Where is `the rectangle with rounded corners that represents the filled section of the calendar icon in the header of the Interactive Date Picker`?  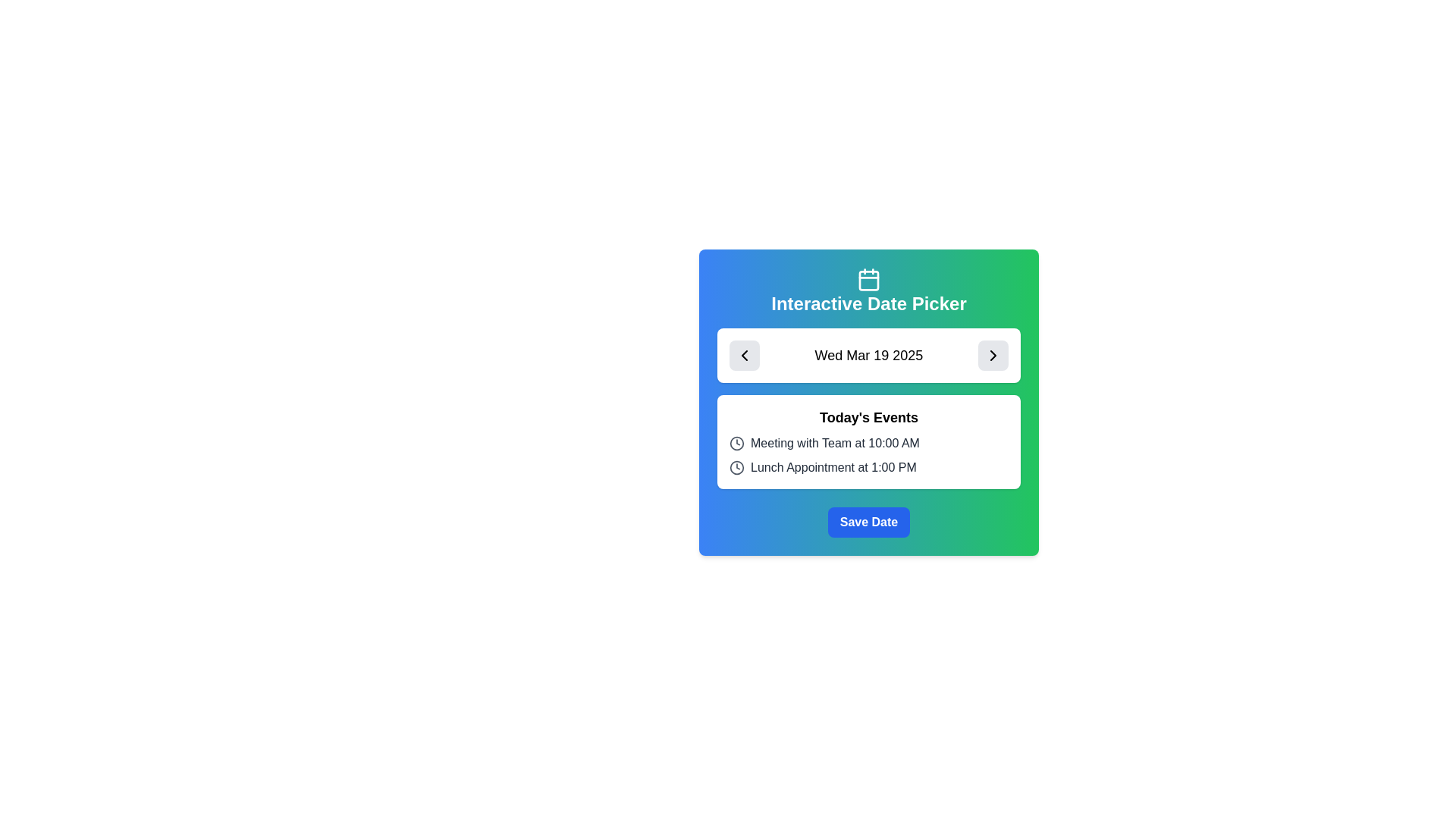
the rectangle with rounded corners that represents the filled section of the calendar icon in the header of the Interactive Date Picker is located at coordinates (869, 281).